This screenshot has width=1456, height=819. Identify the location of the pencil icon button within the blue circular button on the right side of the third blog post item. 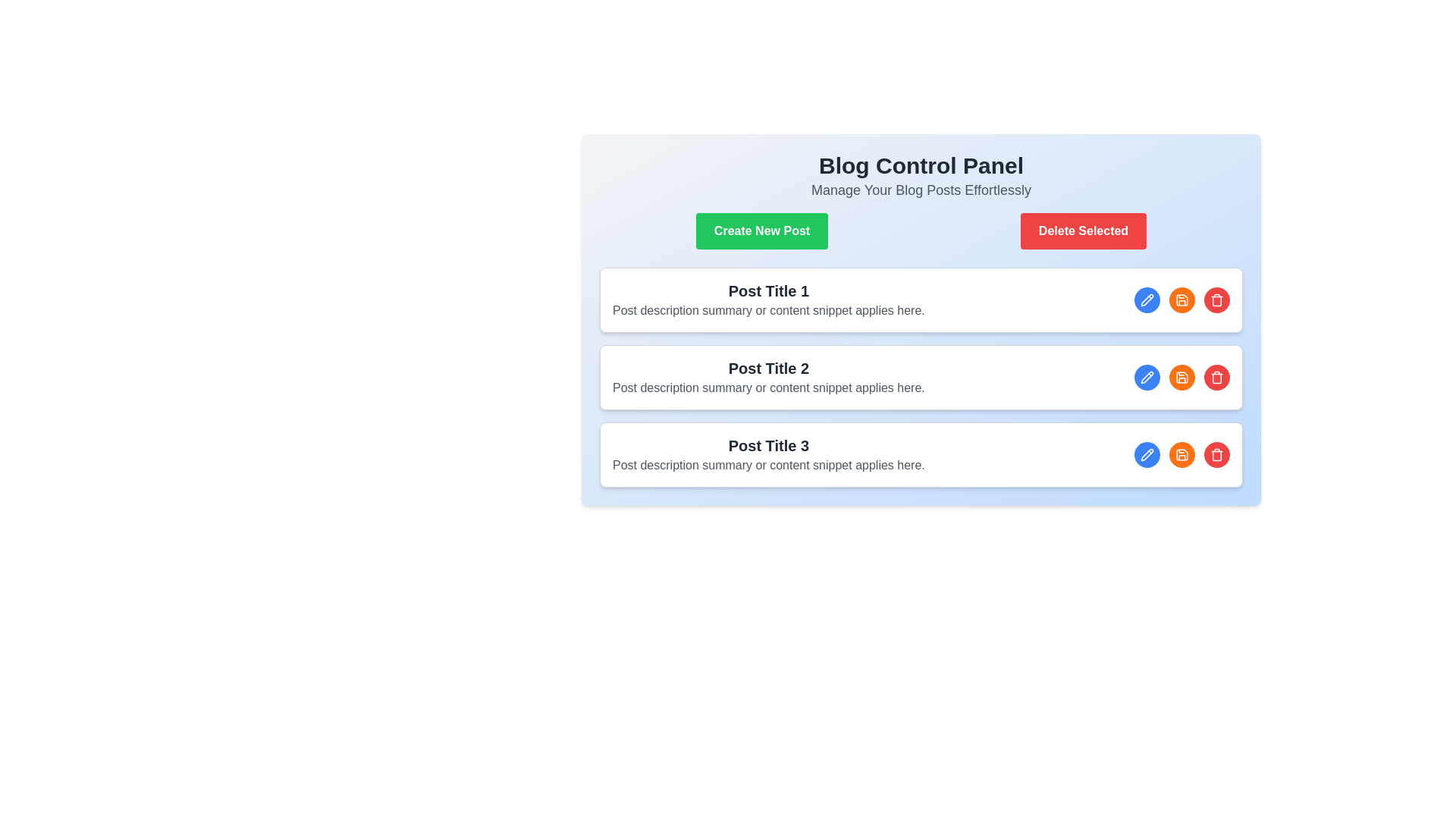
(1147, 376).